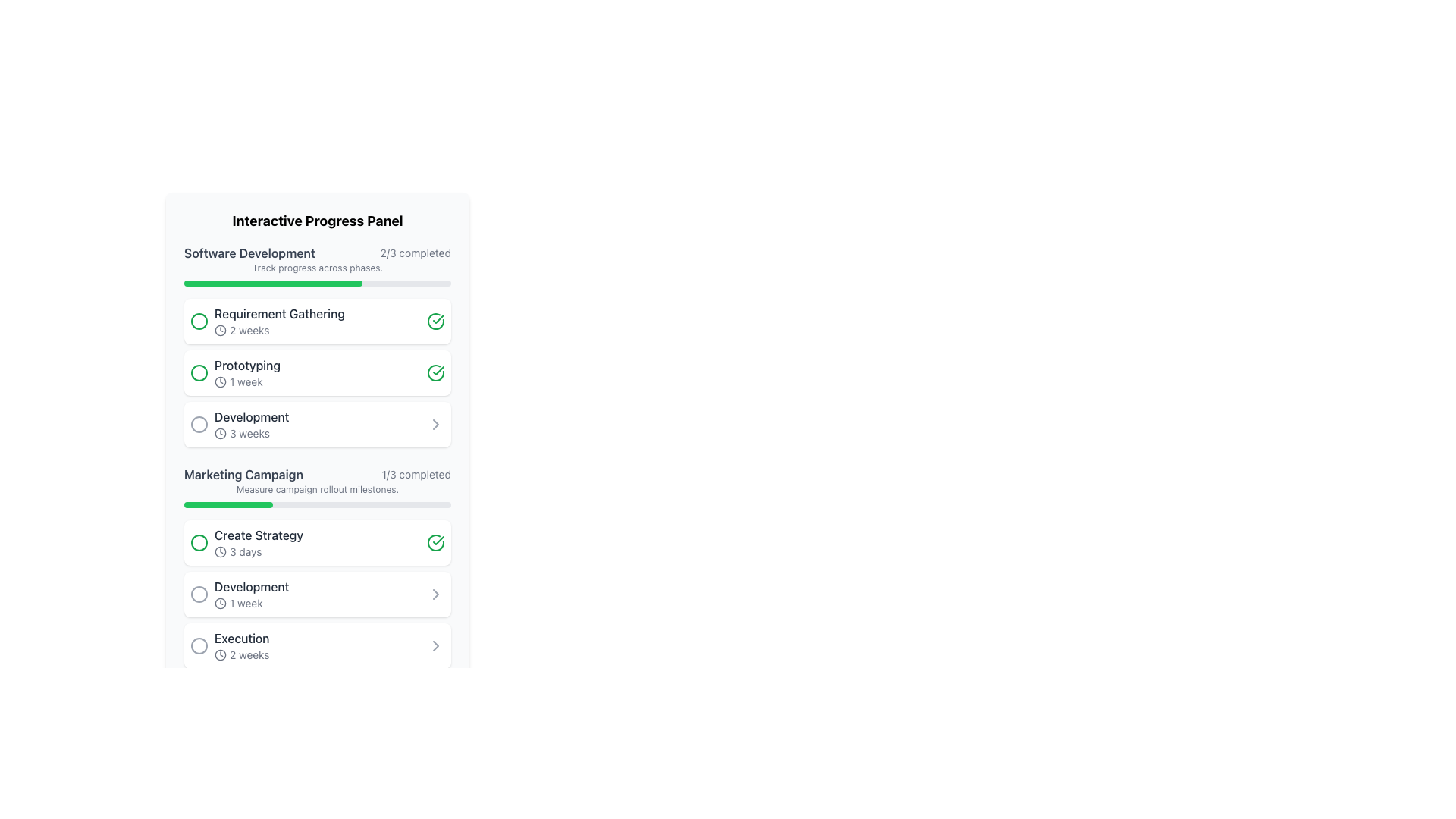  Describe the element at coordinates (199, 542) in the screenshot. I see `the visual representation of the SVG Circle icon with a green stroke located in the 'Marketing Campaign' section under the 'Create Strategy' task` at that location.